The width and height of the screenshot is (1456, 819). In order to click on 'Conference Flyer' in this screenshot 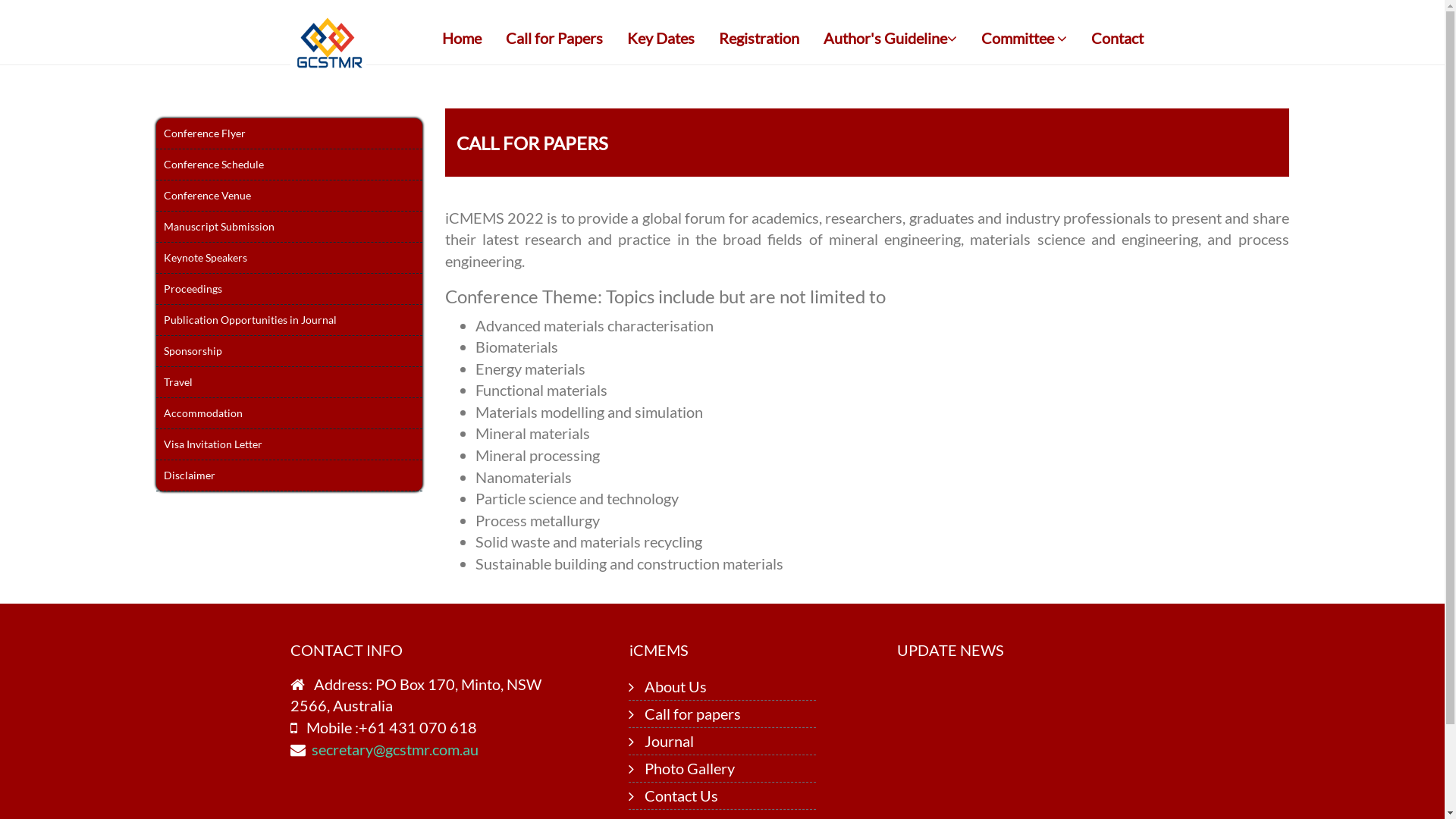, I will do `click(289, 133)`.